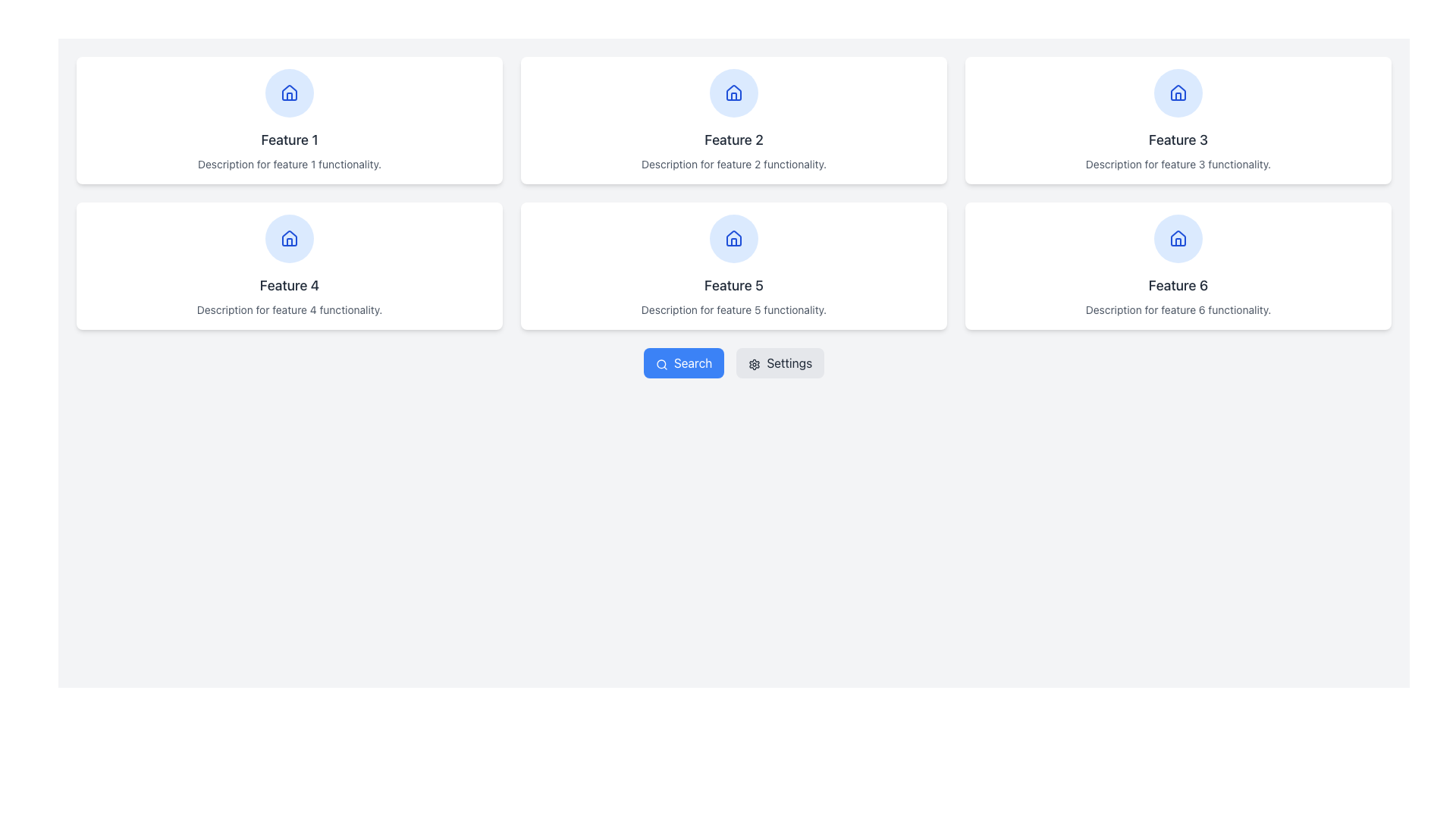 The height and width of the screenshot is (819, 1456). I want to click on the house icon located at the center of the bottom-right card labeled 'Feature 6', which is enclosed in a circular blue background, so click(1178, 239).